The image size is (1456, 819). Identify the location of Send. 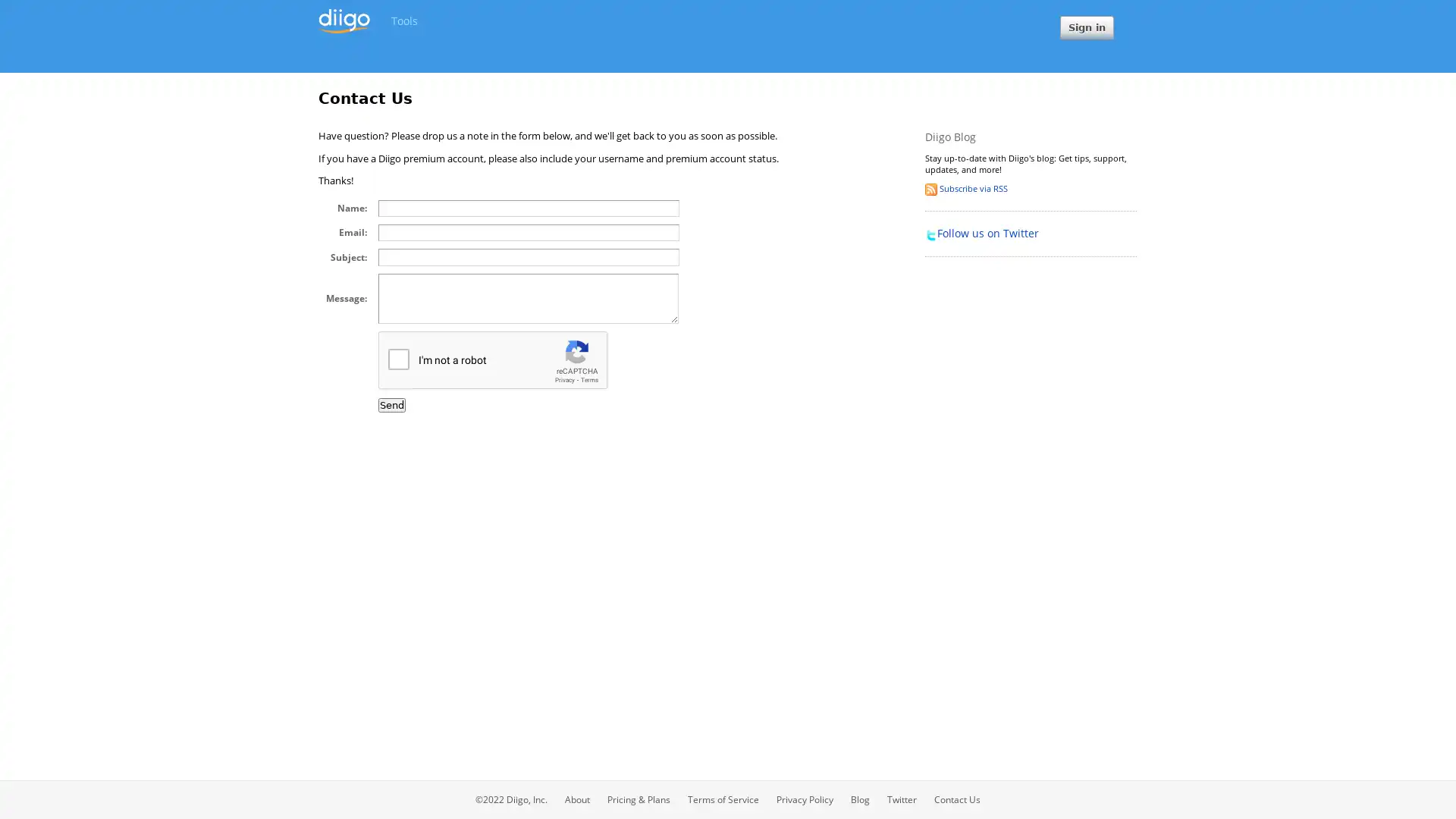
(392, 404).